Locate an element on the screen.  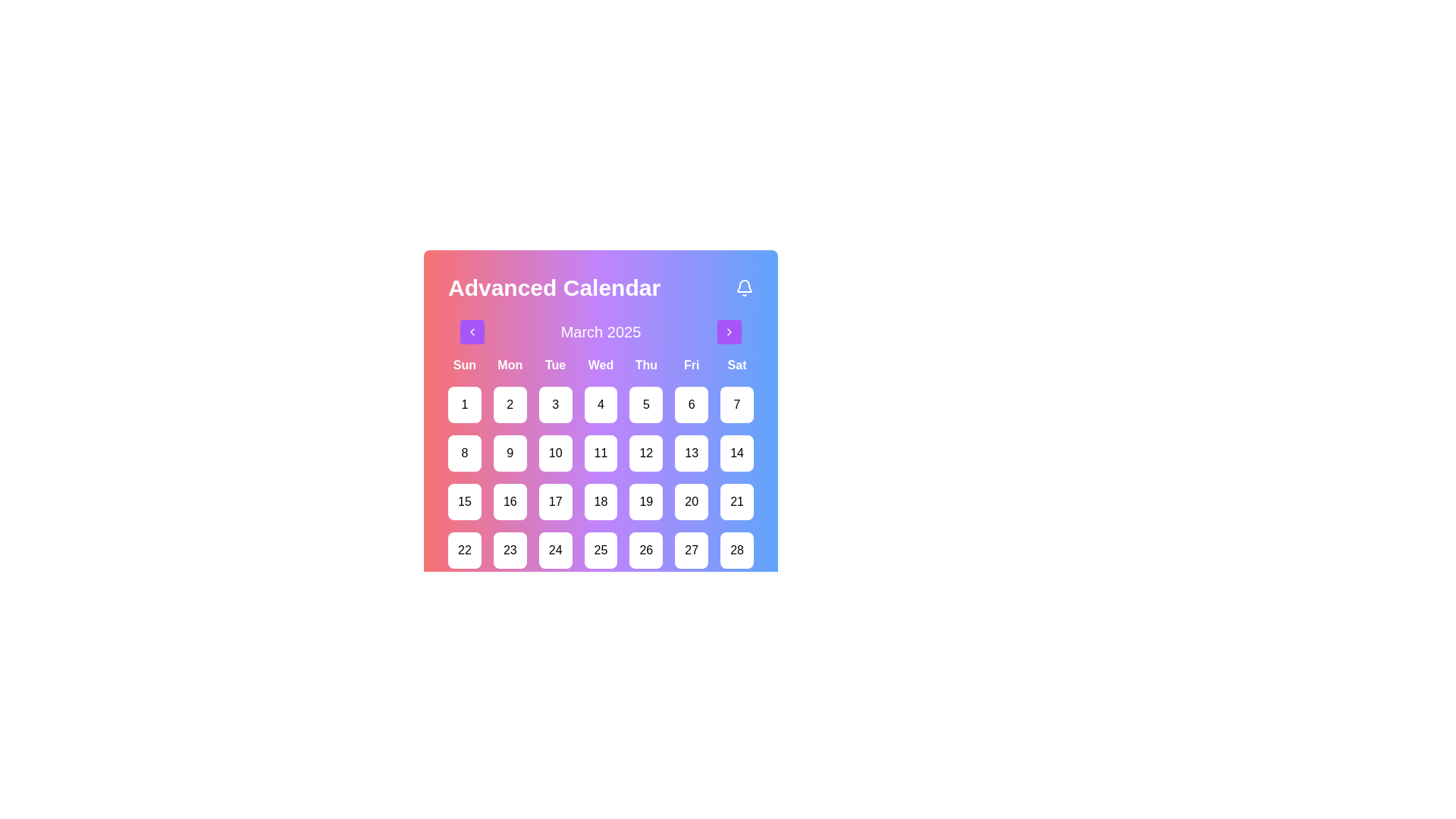
the first day of the month cell in the calendar grid, located under the 'Sun' column heading, to trigger a shadow effect is located at coordinates (463, 403).